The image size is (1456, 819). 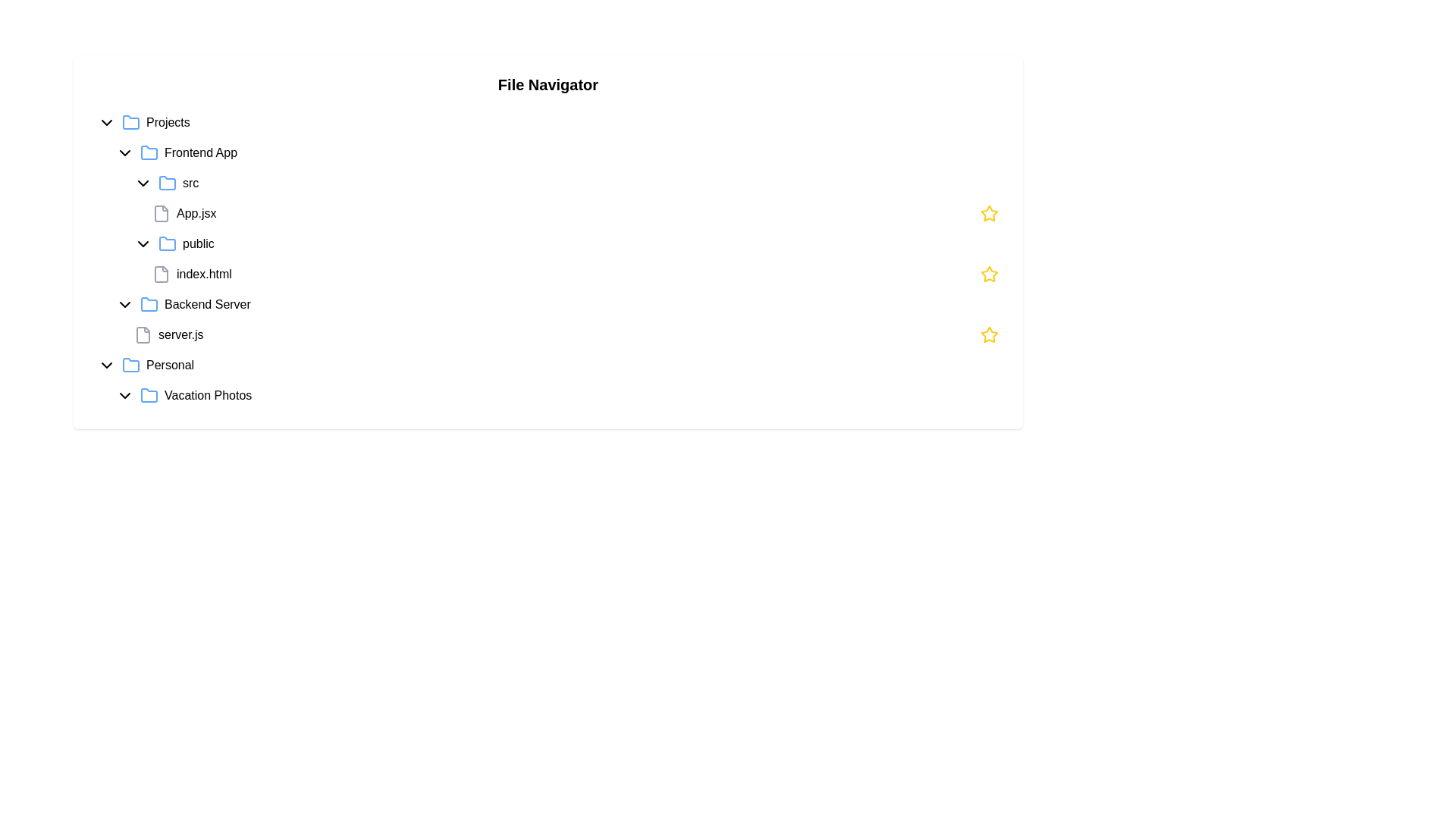 What do you see at coordinates (196, 213) in the screenshot?
I see `the text label displaying 'App.jsx'` at bounding box center [196, 213].